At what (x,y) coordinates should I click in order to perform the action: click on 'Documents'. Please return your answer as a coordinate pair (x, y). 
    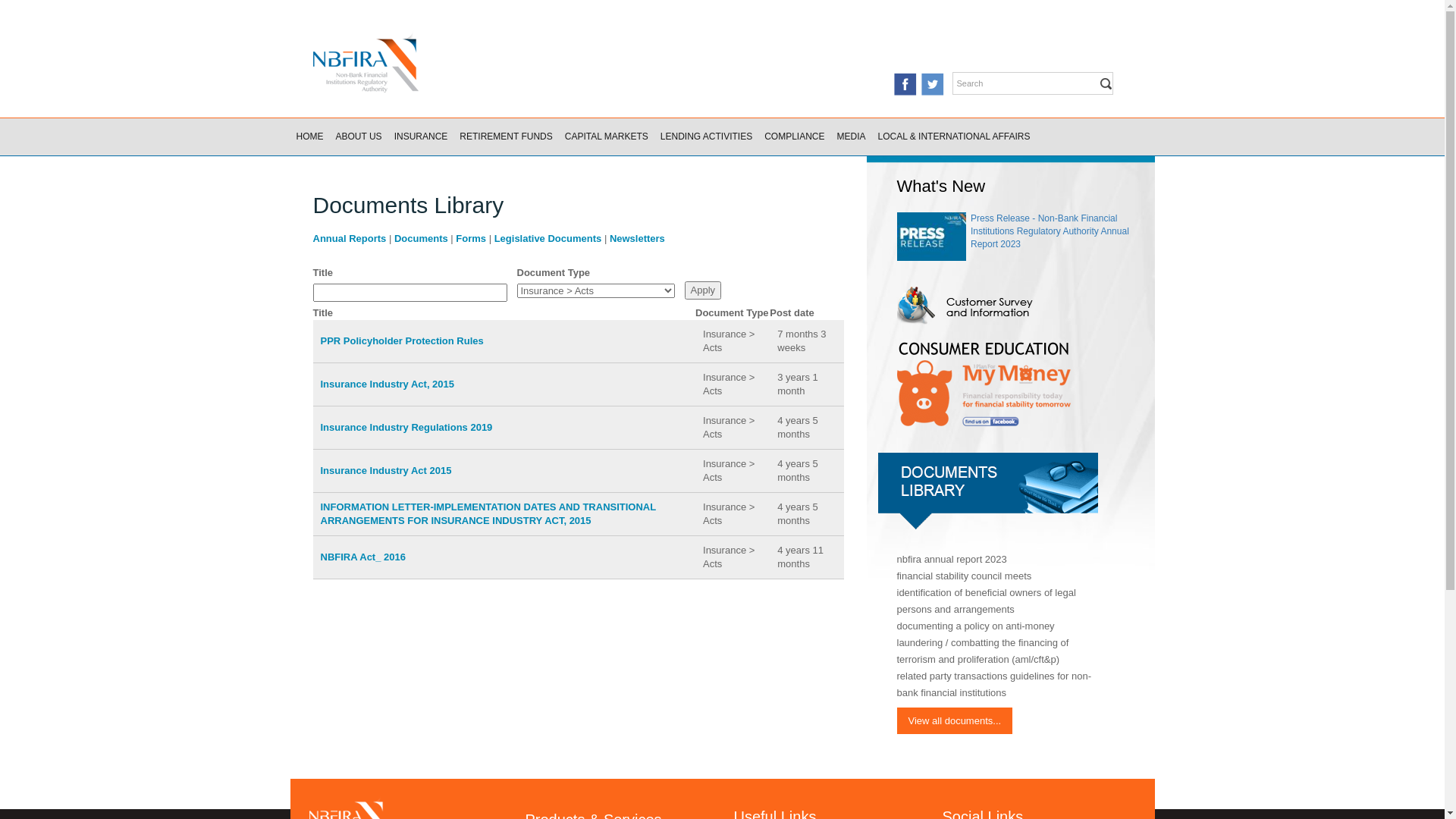
    Looking at the image, I should click on (421, 238).